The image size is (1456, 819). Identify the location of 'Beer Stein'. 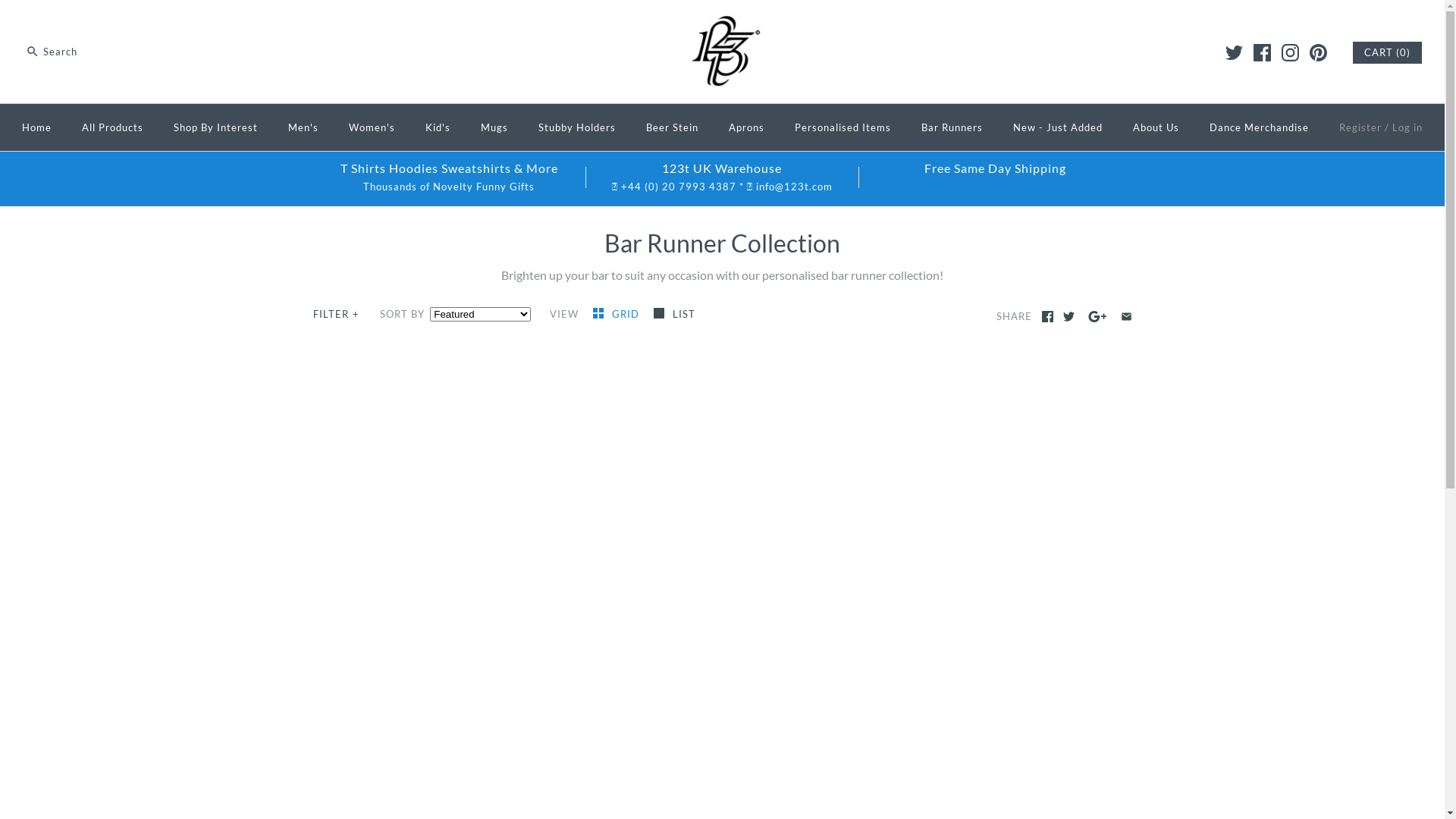
(632, 127).